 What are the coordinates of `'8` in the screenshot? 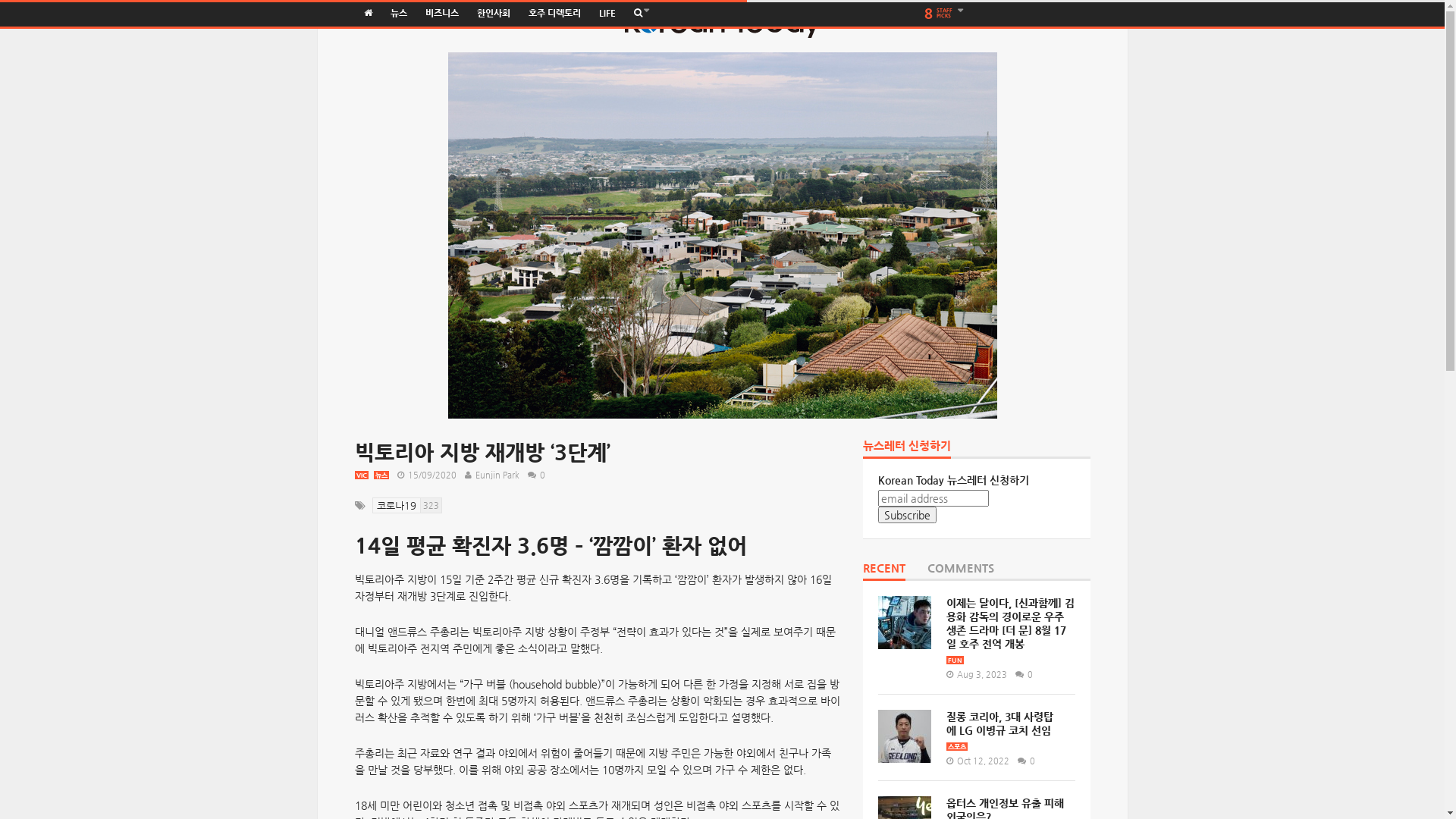 It's located at (944, 13).